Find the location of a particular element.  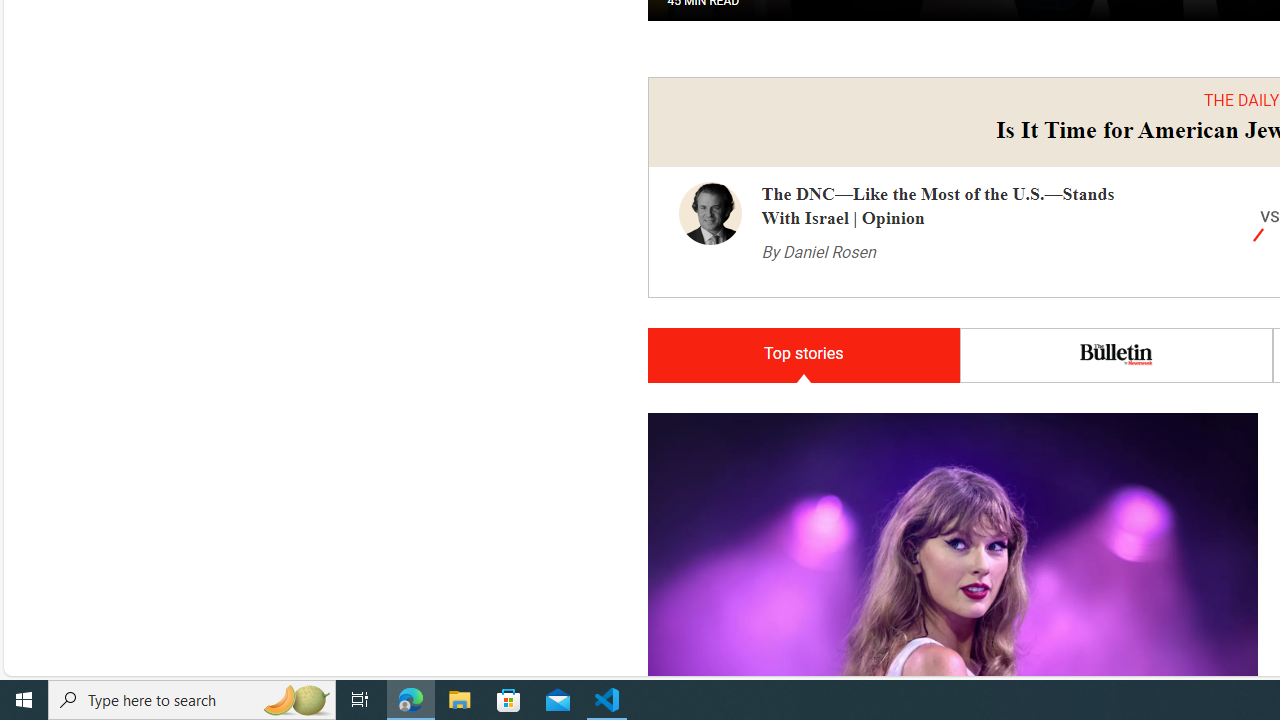

'Microsoft Store' is located at coordinates (509, 698).